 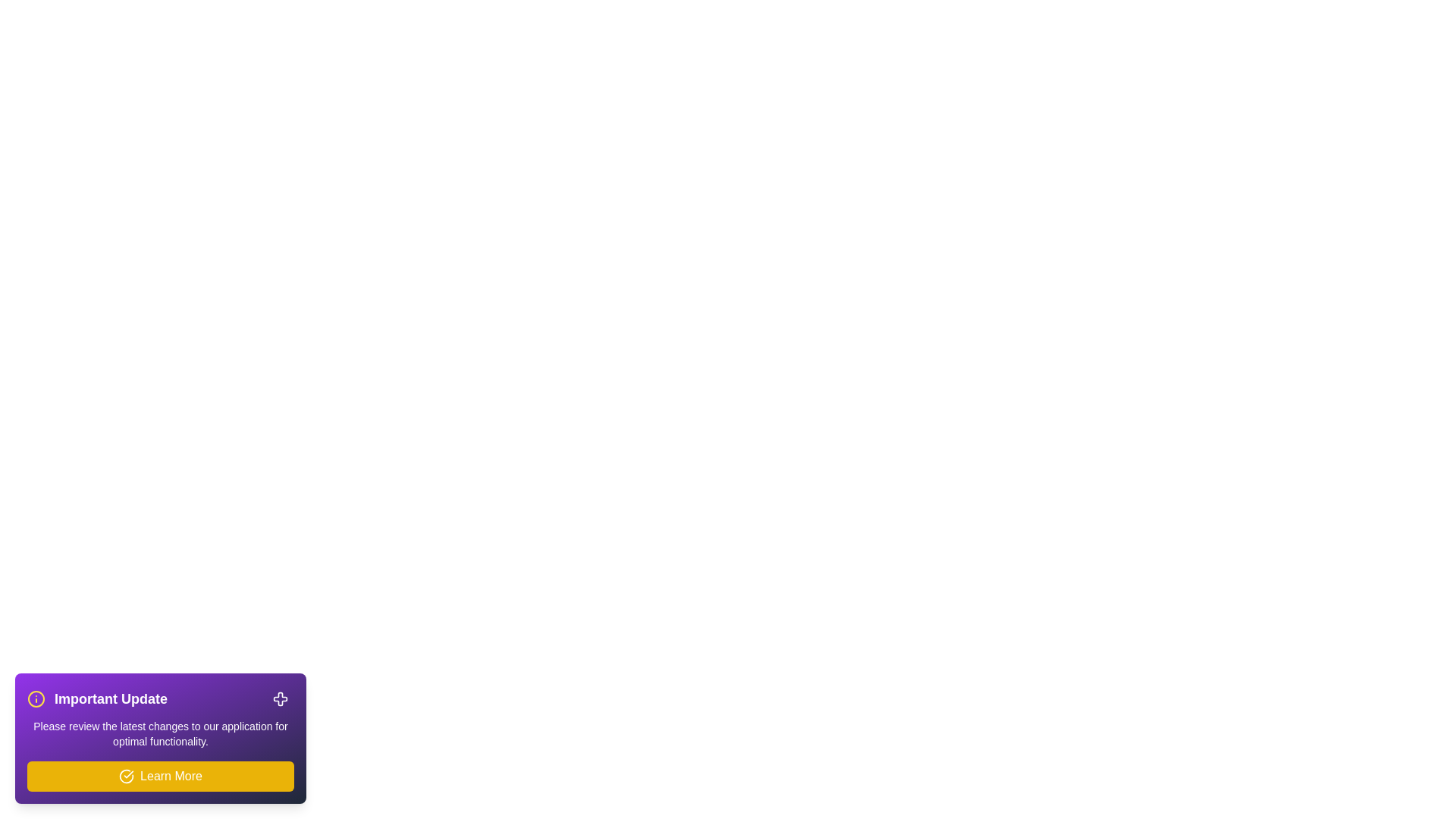 I want to click on 'Learn More' button to access more information, so click(x=160, y=776).